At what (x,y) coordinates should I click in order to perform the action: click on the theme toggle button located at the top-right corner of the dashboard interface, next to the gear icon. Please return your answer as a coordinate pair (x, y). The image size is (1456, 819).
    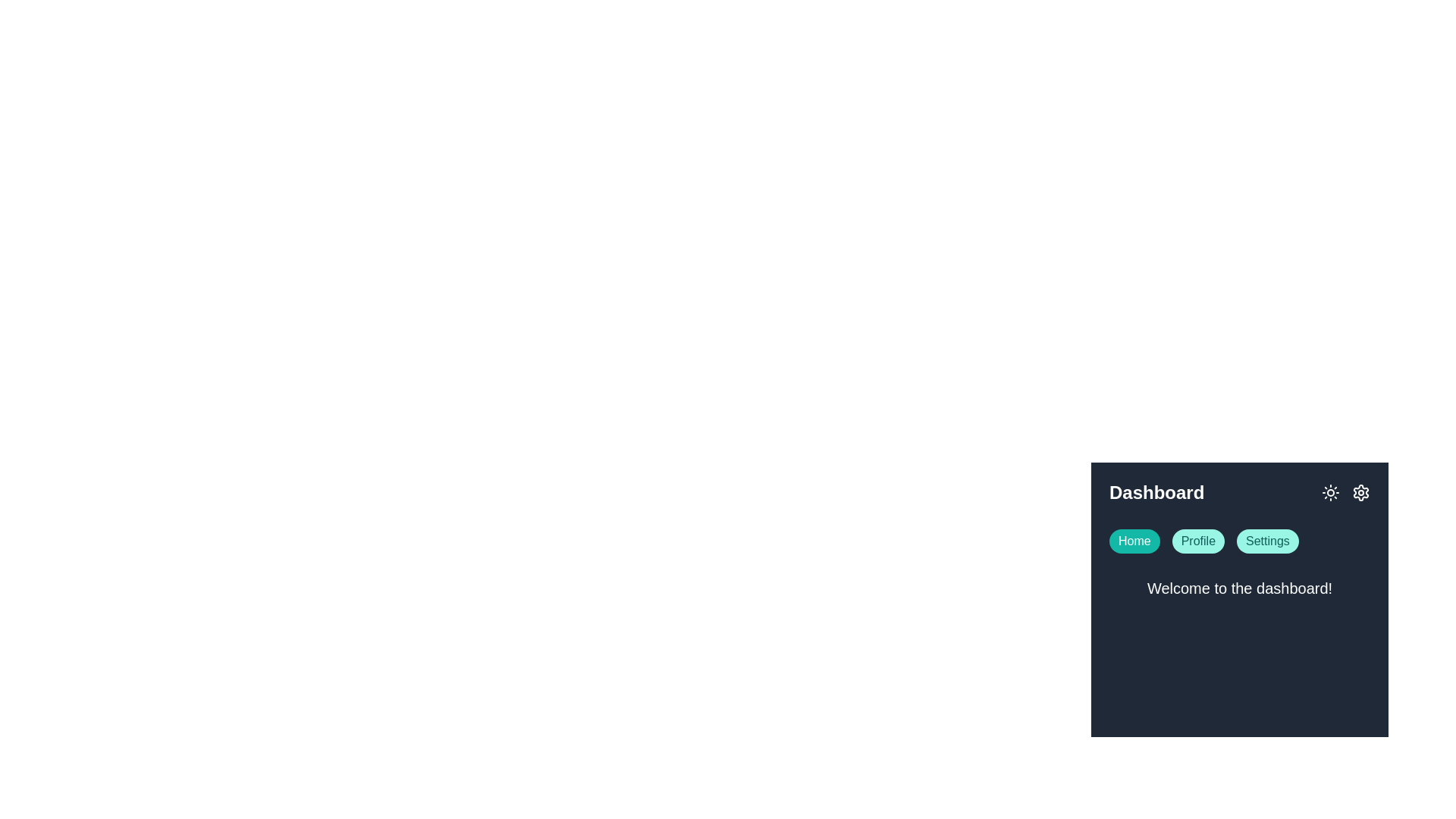
    Looking at the image, I should click on (1330, 493).